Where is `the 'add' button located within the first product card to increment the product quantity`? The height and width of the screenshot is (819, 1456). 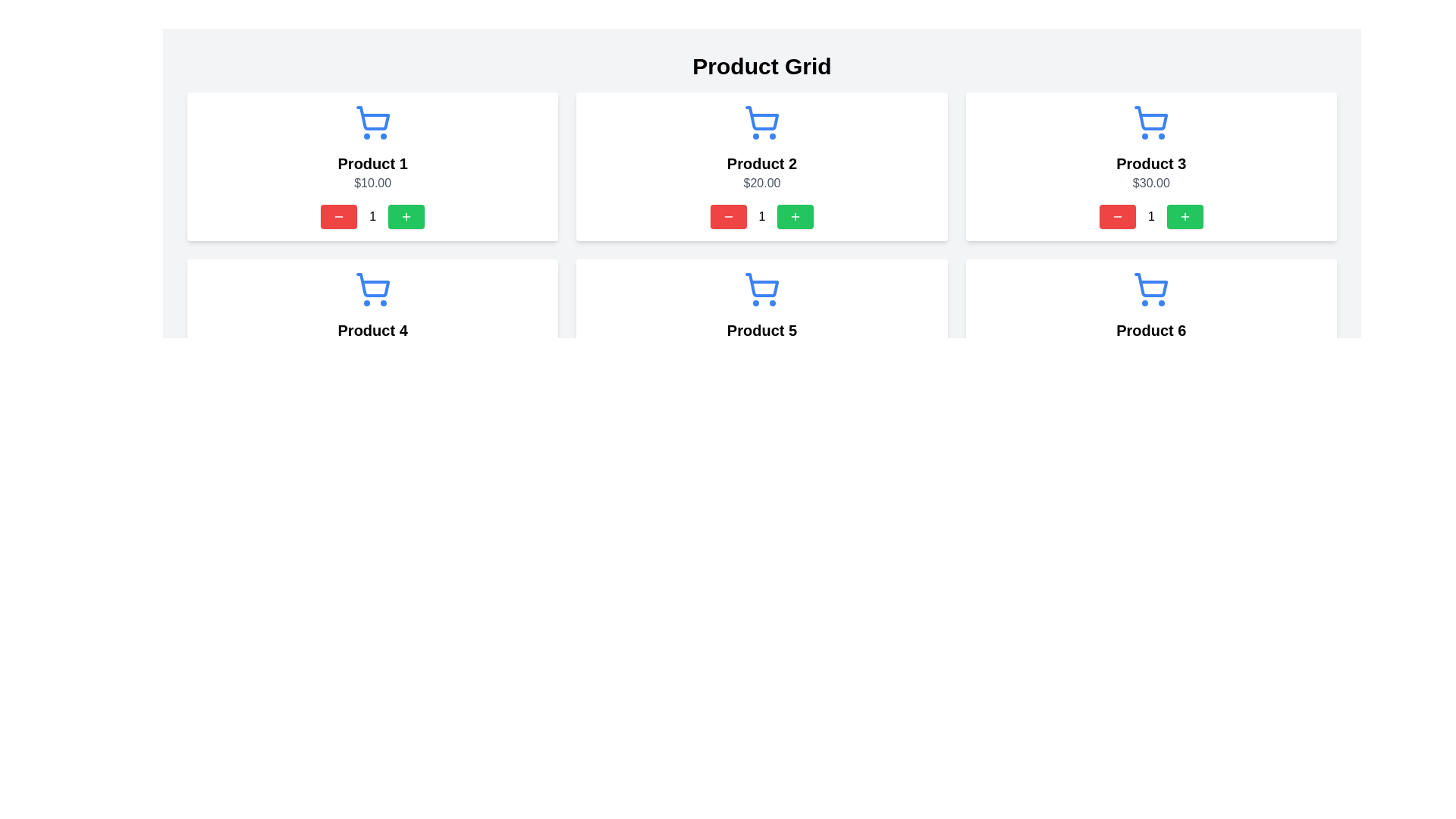
the 'add' button located within the first product card to increment the product quantity is located at coordinates (406, 216).